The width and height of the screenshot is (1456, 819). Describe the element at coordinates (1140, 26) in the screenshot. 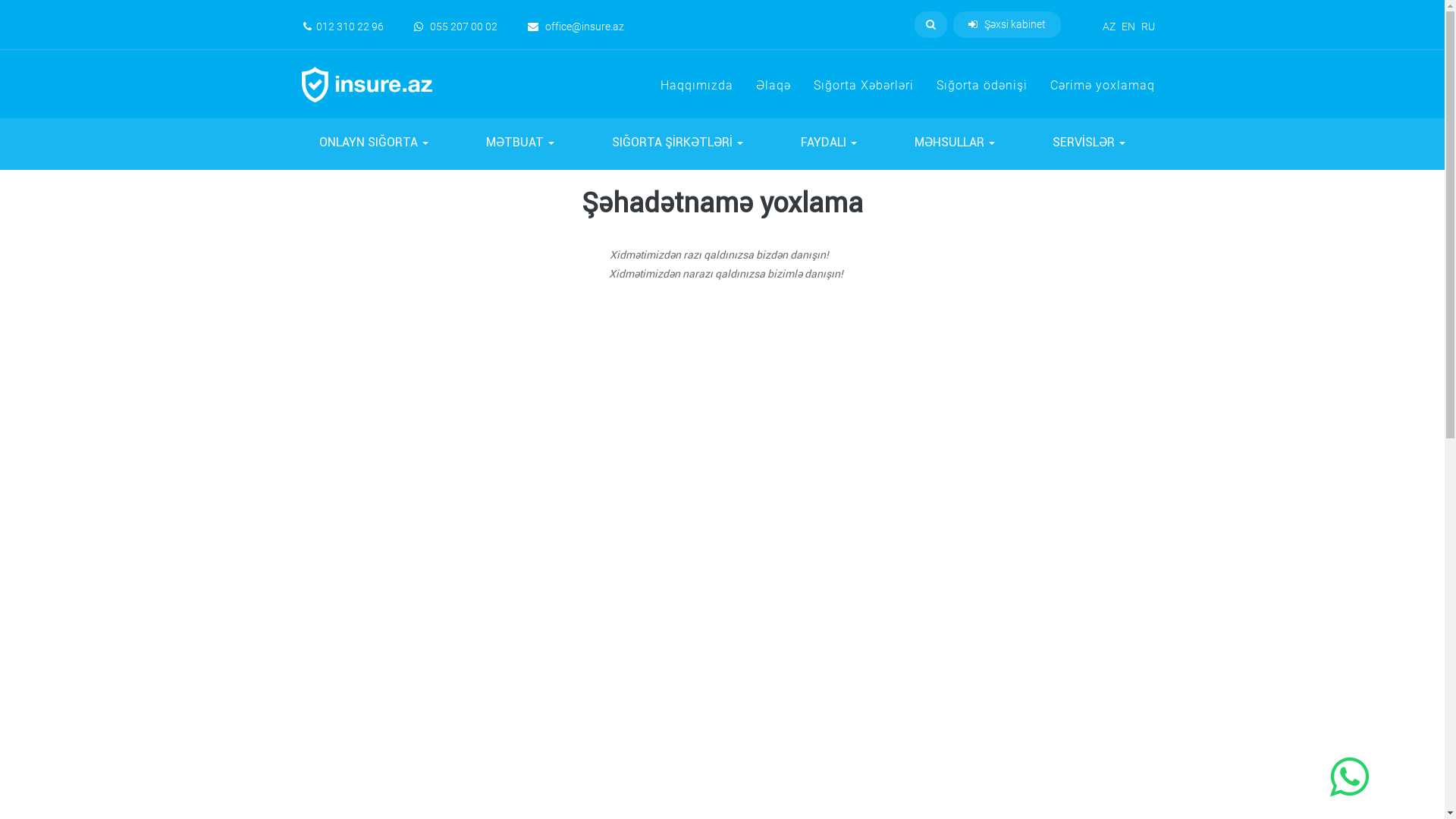

I see `'RU'` at that location.